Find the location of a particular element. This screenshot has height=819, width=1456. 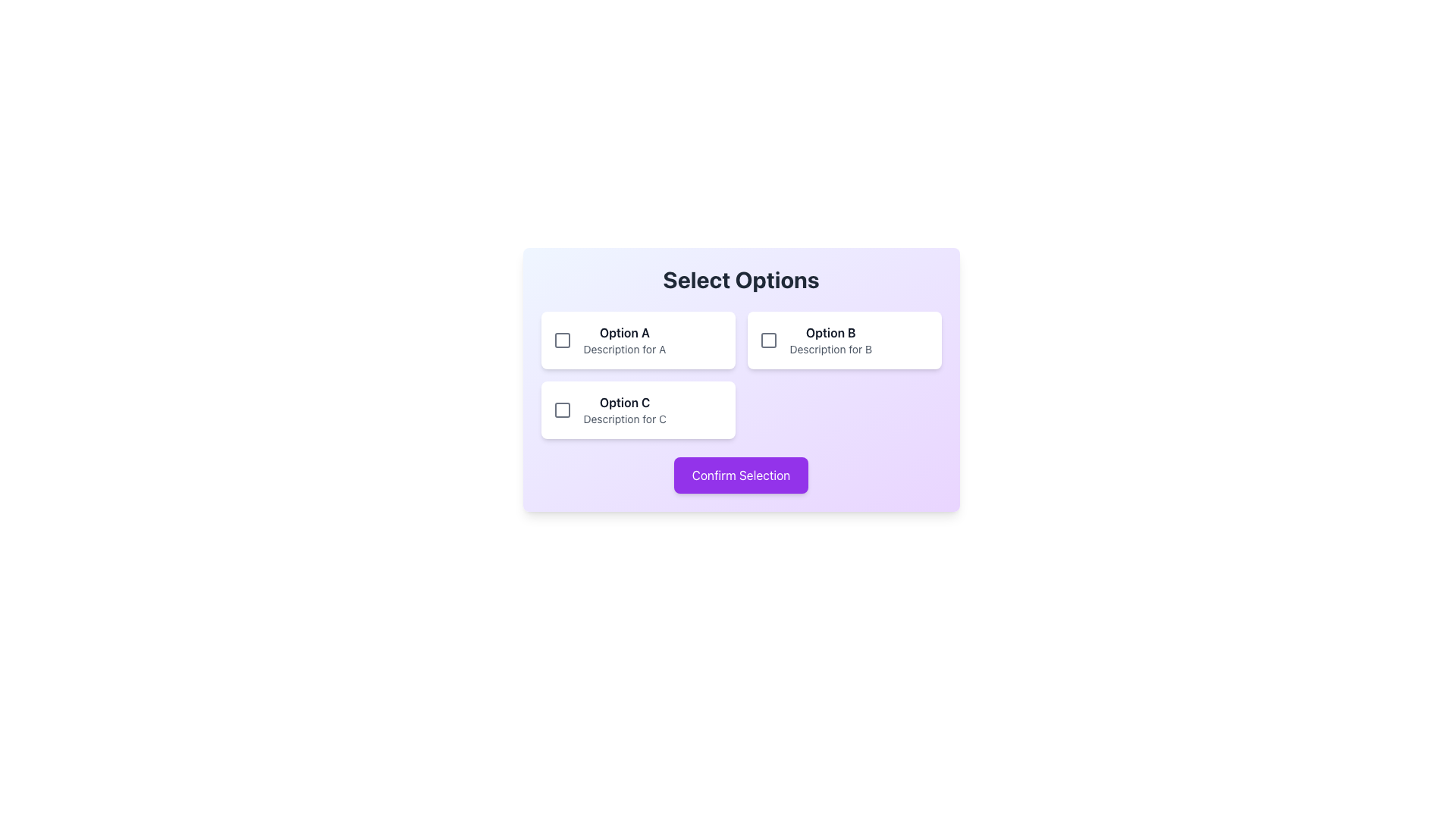

the top-left selectable option text block with a checkbox is located at coordinates (624, 339).